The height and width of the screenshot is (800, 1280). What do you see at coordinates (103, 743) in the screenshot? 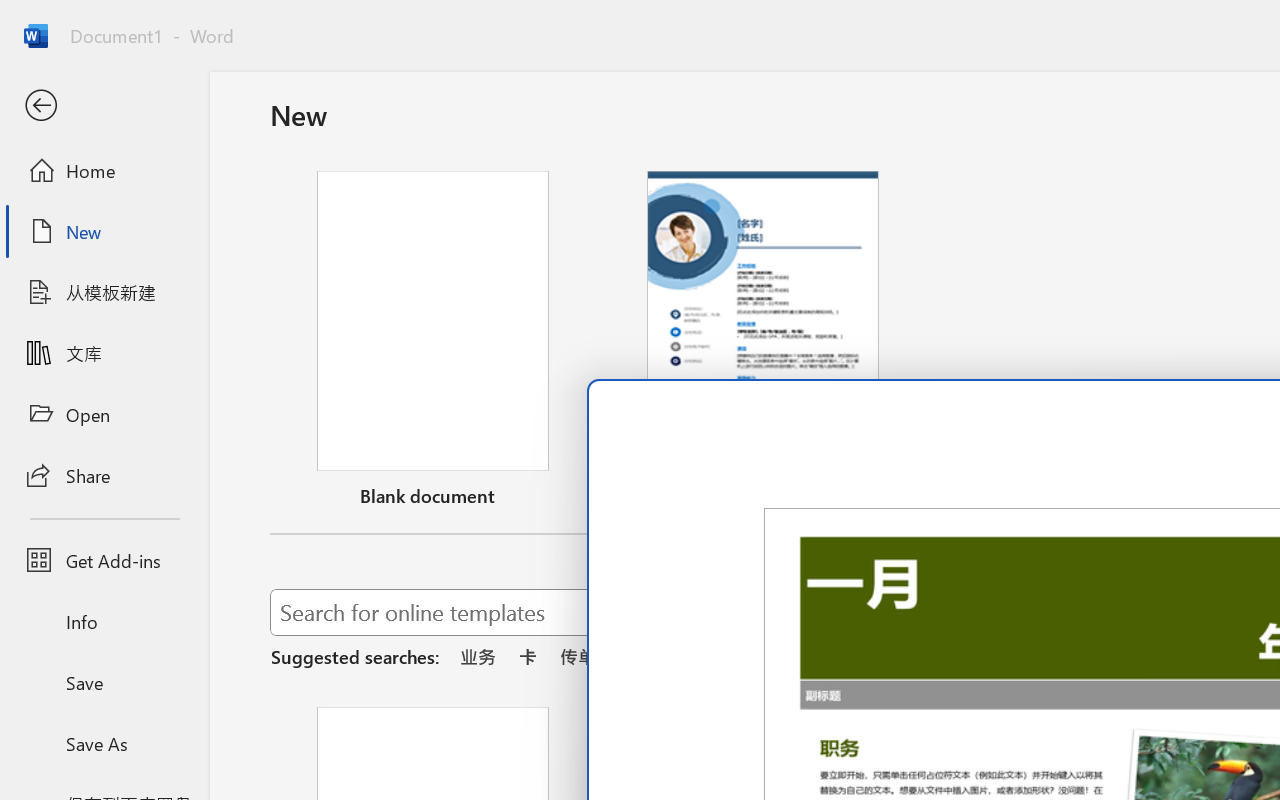
I see `'Save As'` at bounding box center [103, 743].